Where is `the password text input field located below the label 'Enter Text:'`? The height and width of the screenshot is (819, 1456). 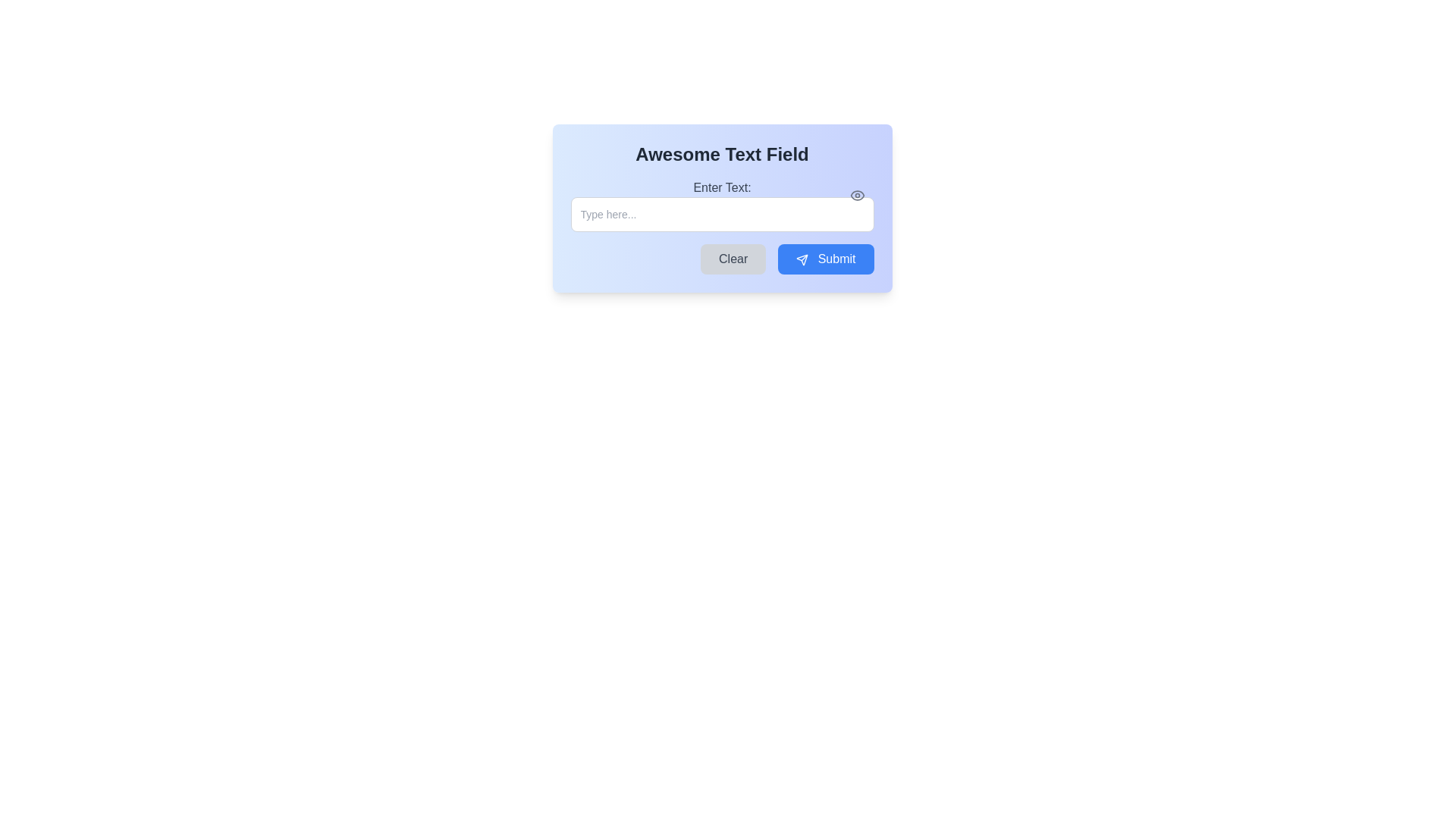 the password text input field located below the label 'Enter Text:' is located at coordinates (721, 205).